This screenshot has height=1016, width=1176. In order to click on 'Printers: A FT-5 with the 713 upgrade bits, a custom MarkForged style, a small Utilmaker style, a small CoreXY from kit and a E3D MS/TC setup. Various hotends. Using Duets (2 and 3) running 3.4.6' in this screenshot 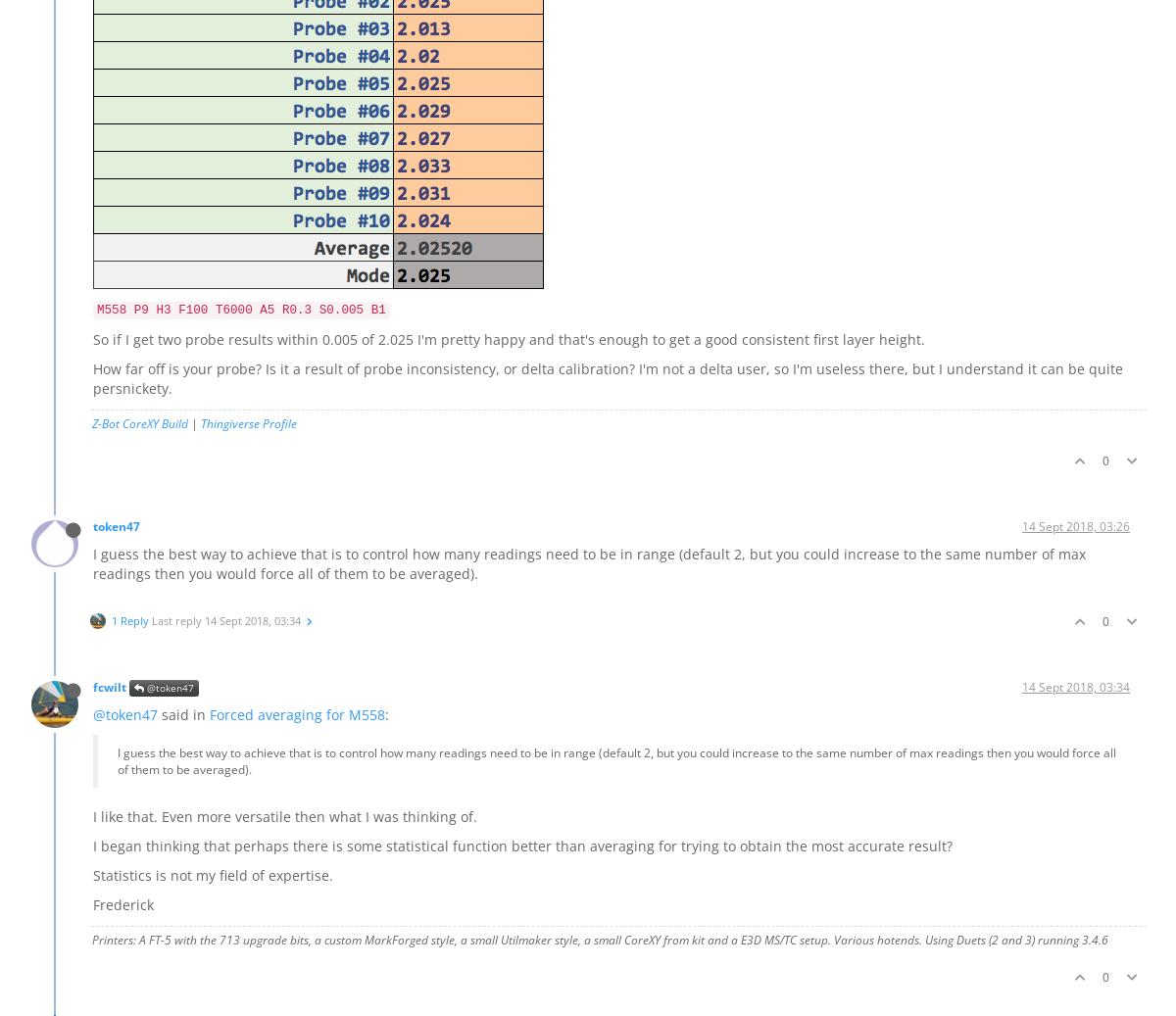, I will do `click(91, 940)`.